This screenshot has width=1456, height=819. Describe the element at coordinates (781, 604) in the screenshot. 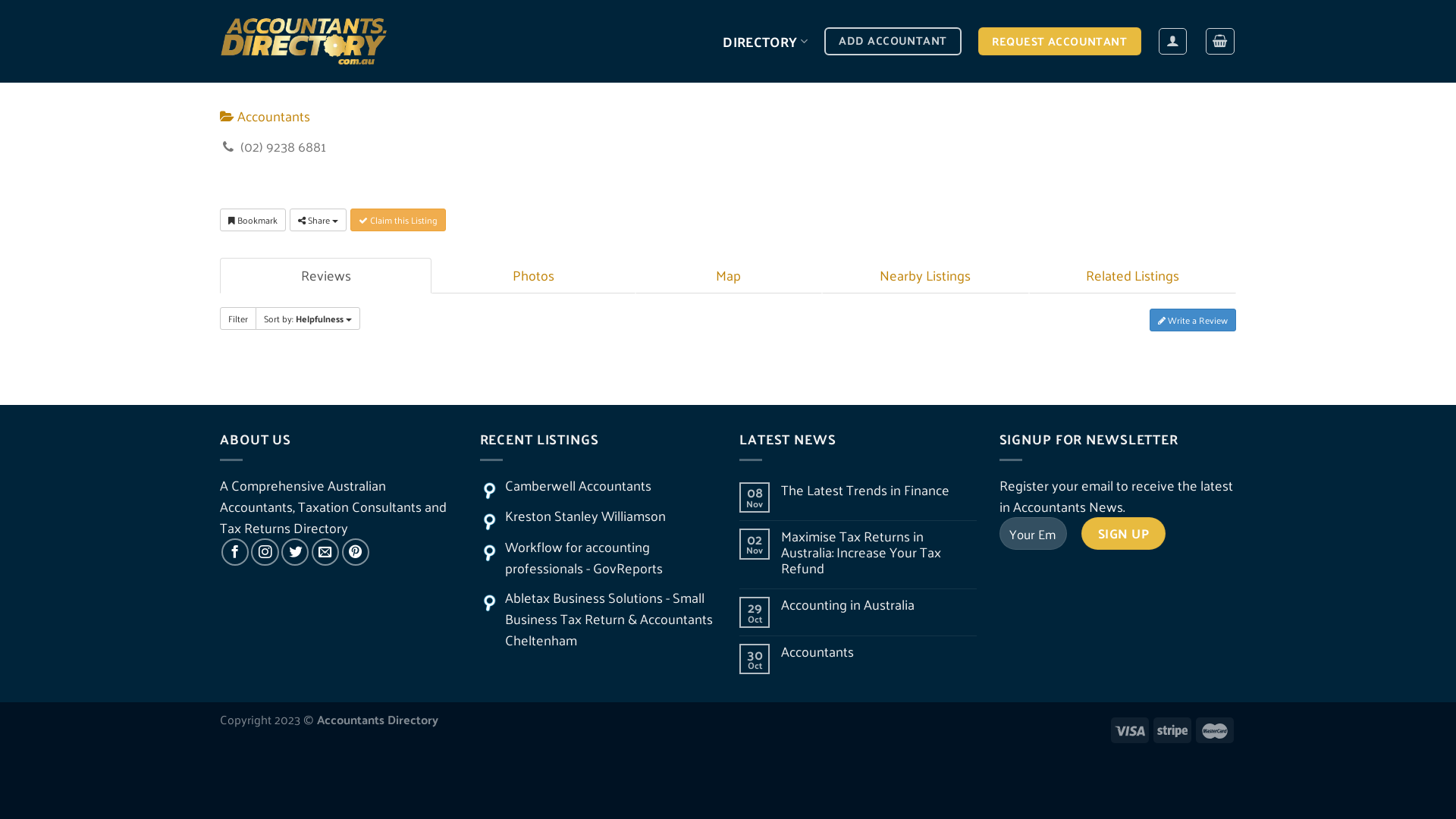

I see `'Accounting in Australia'` at that location.